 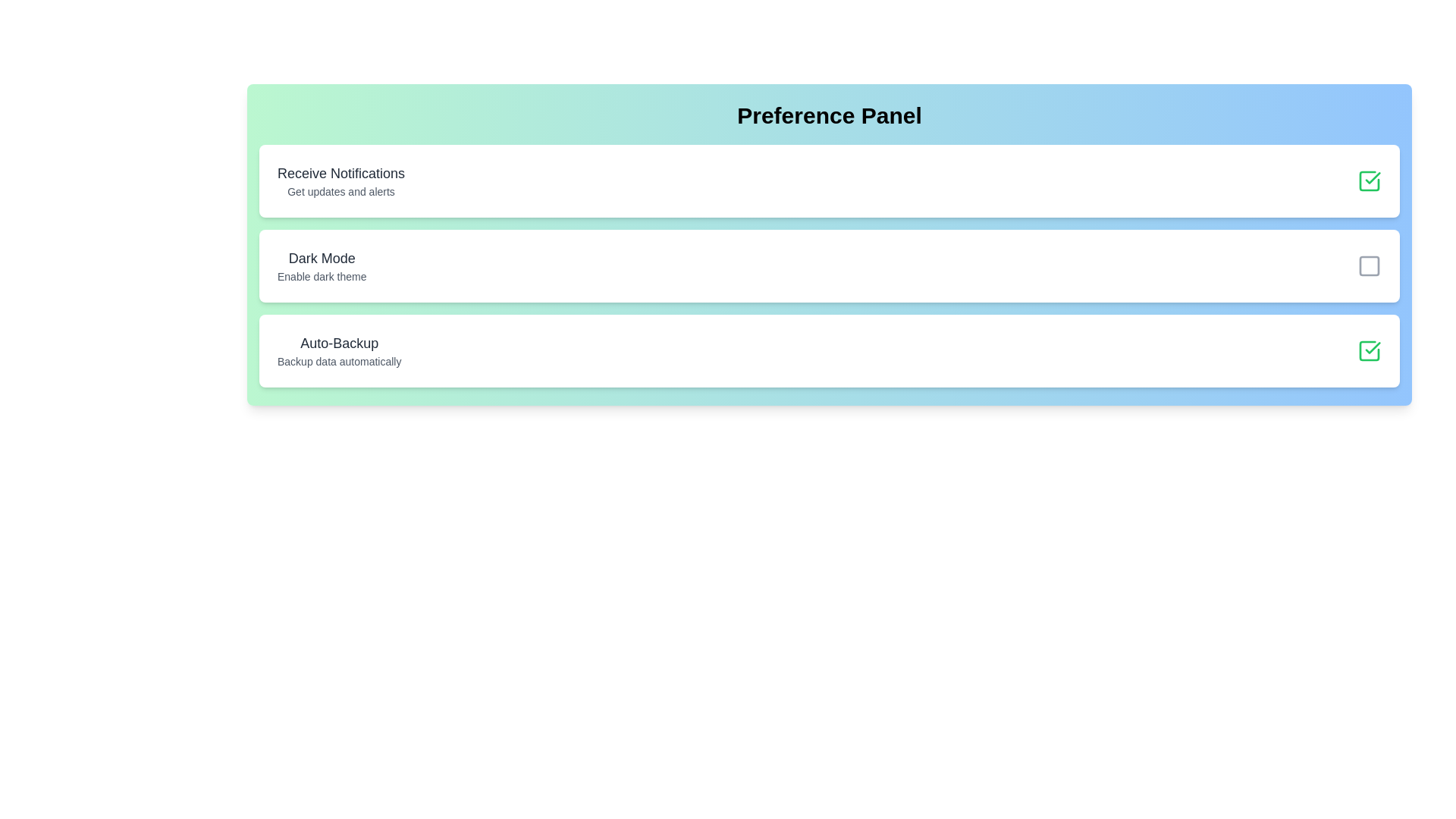 What do you see at coordinates (1373, 177) in the screenshot?
I see `the checkmark icon within the square boundary located in the top right section of the 'Receive Notifications' area` at bounding box center [1373, 177].